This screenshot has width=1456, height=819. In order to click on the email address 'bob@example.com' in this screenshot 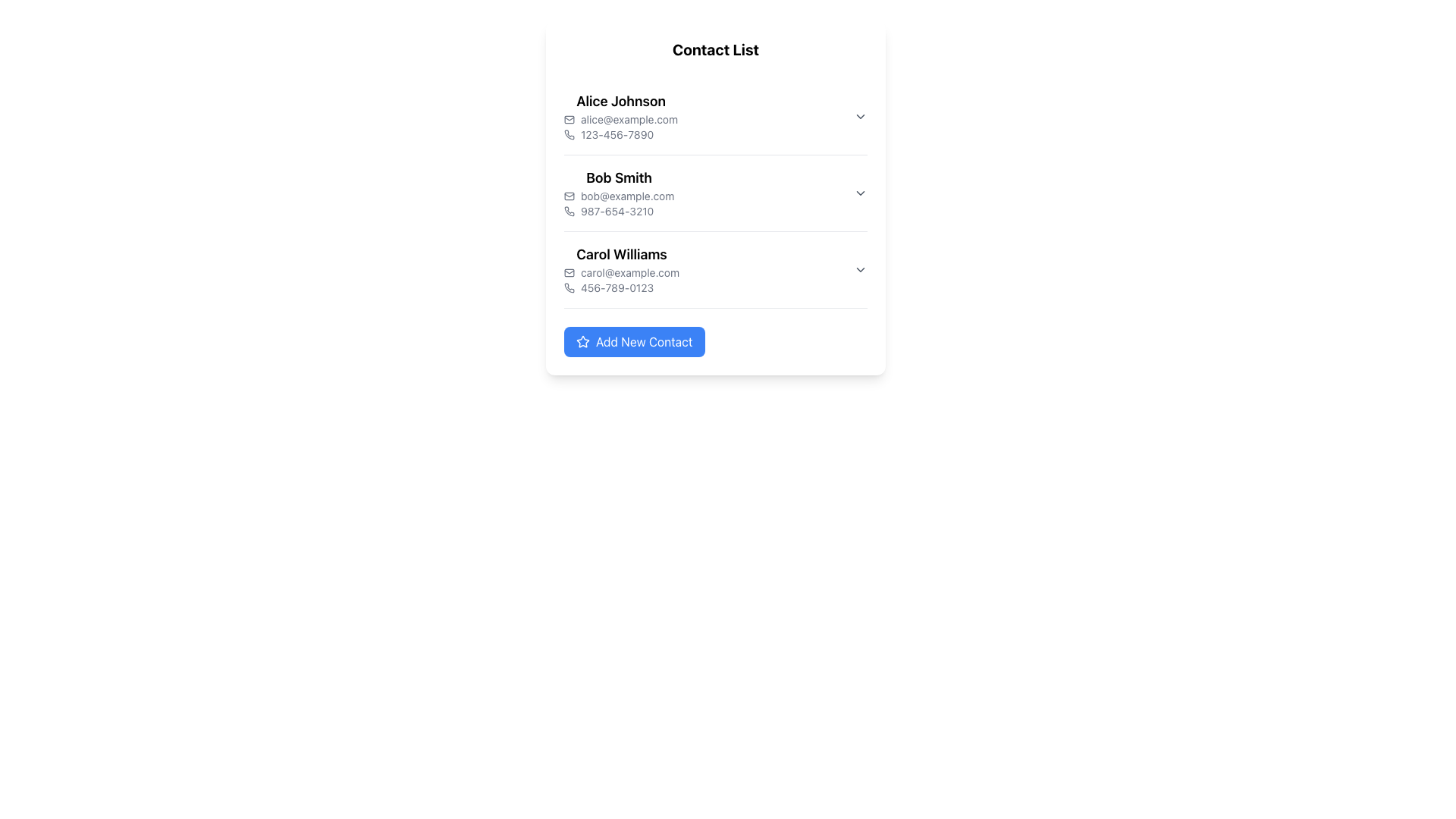, I will do `click(619, 195)`.